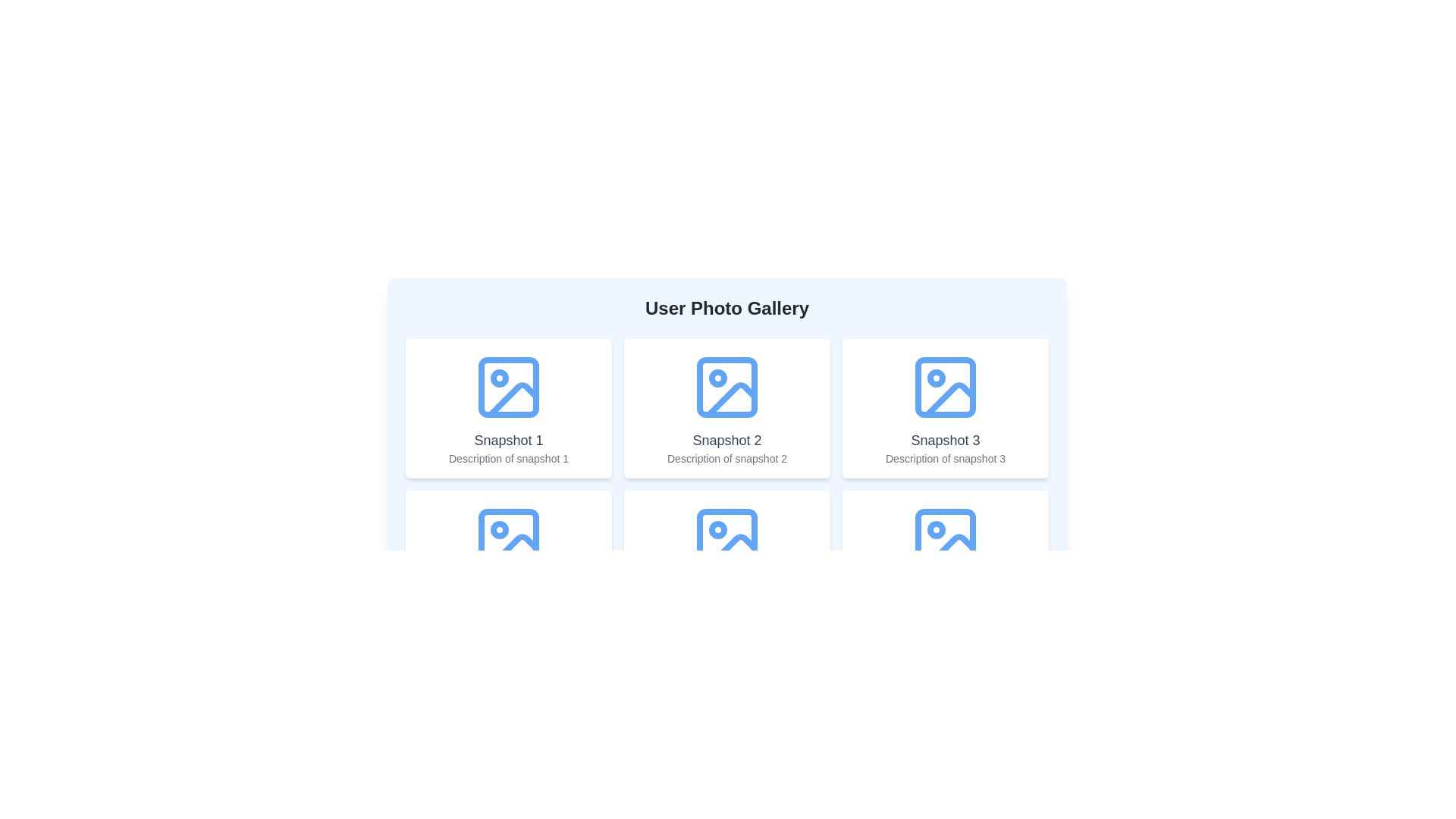 The width and height of the screenshot is (1456, 819). I want to click on the small circular SVG Circle element located at the top-left portion within the second image icon of the first row in the grid layout, so click(717, 377).